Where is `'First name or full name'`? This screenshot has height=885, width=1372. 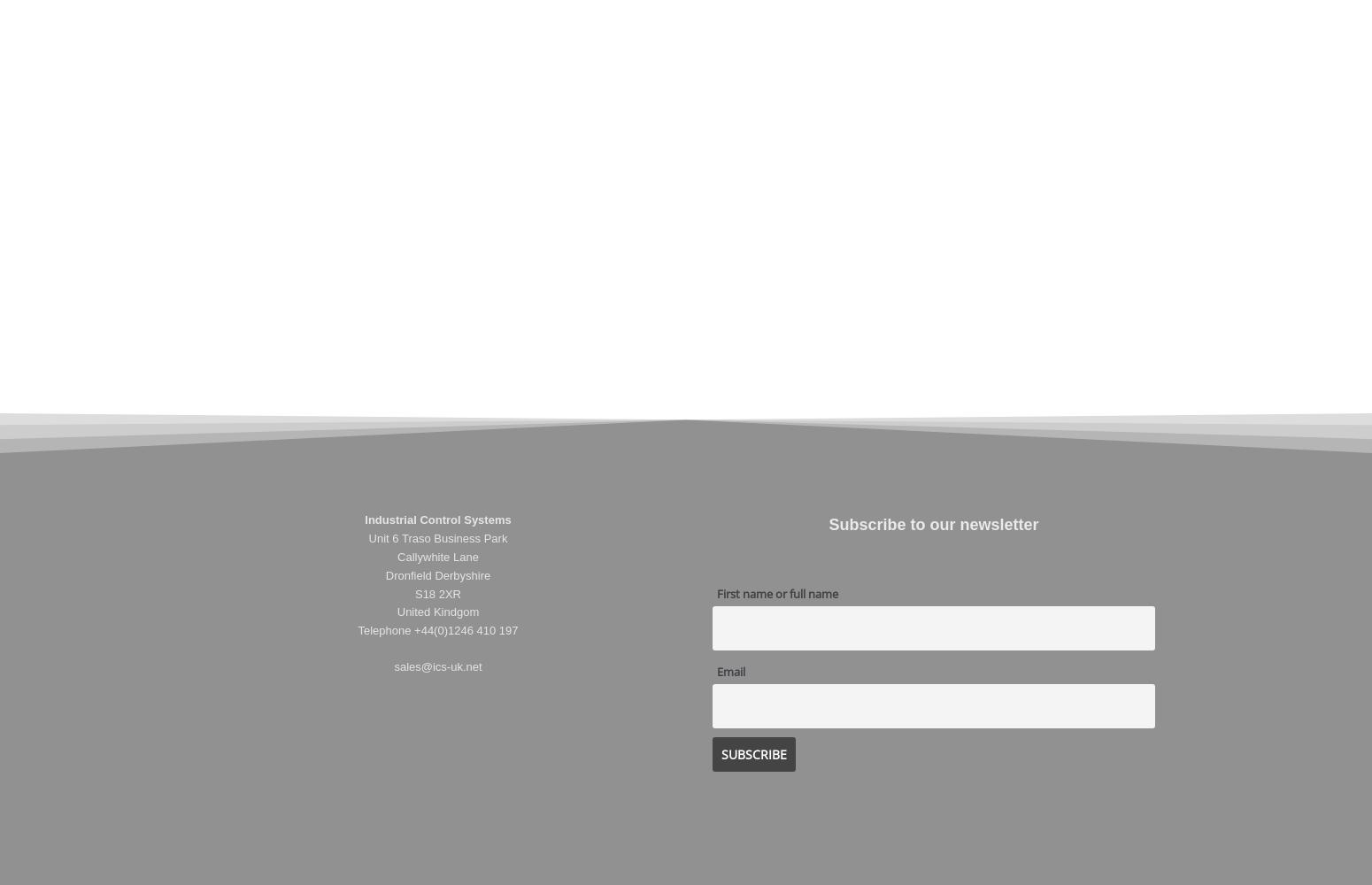
'First name or full name' is located at coordinates (716, 593).